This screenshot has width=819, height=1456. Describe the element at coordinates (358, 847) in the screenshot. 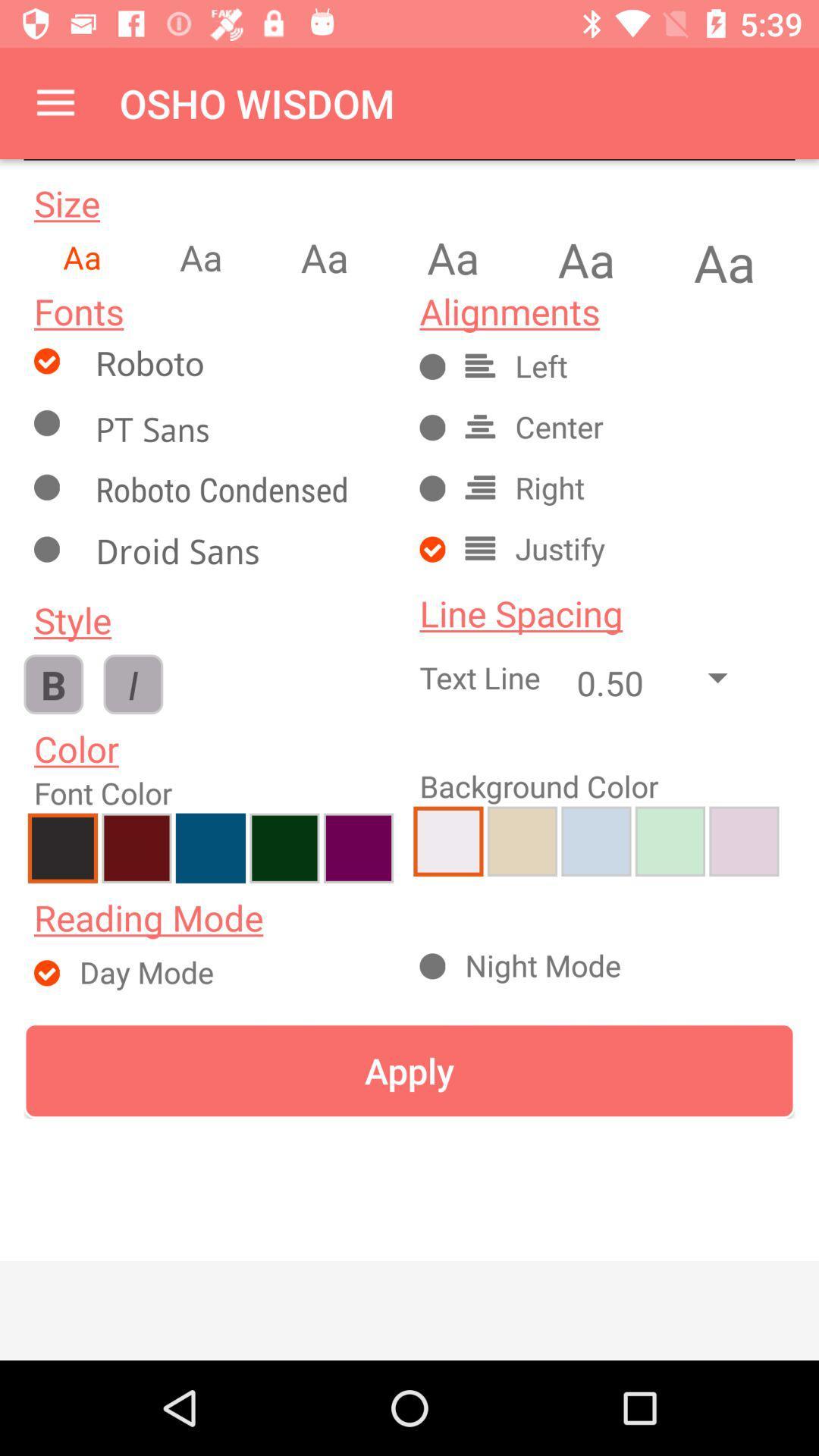

I see `use the fifth square from left to make the font color purple` at that location.